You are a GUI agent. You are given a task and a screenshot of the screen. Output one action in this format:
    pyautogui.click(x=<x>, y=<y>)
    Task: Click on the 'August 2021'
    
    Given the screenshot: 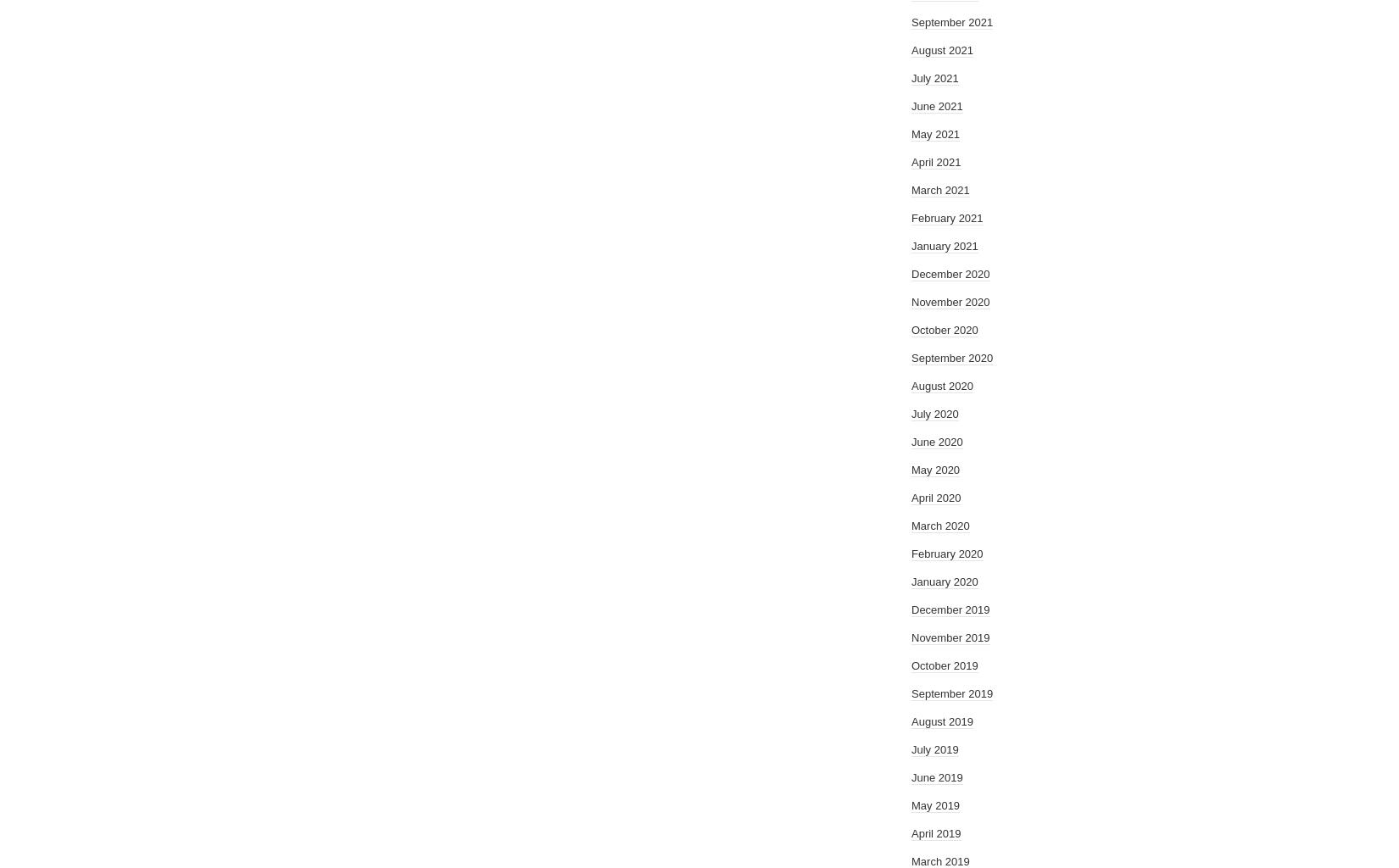 What is the action you would take?
    pyautogui.click(x=942, y=49)
    